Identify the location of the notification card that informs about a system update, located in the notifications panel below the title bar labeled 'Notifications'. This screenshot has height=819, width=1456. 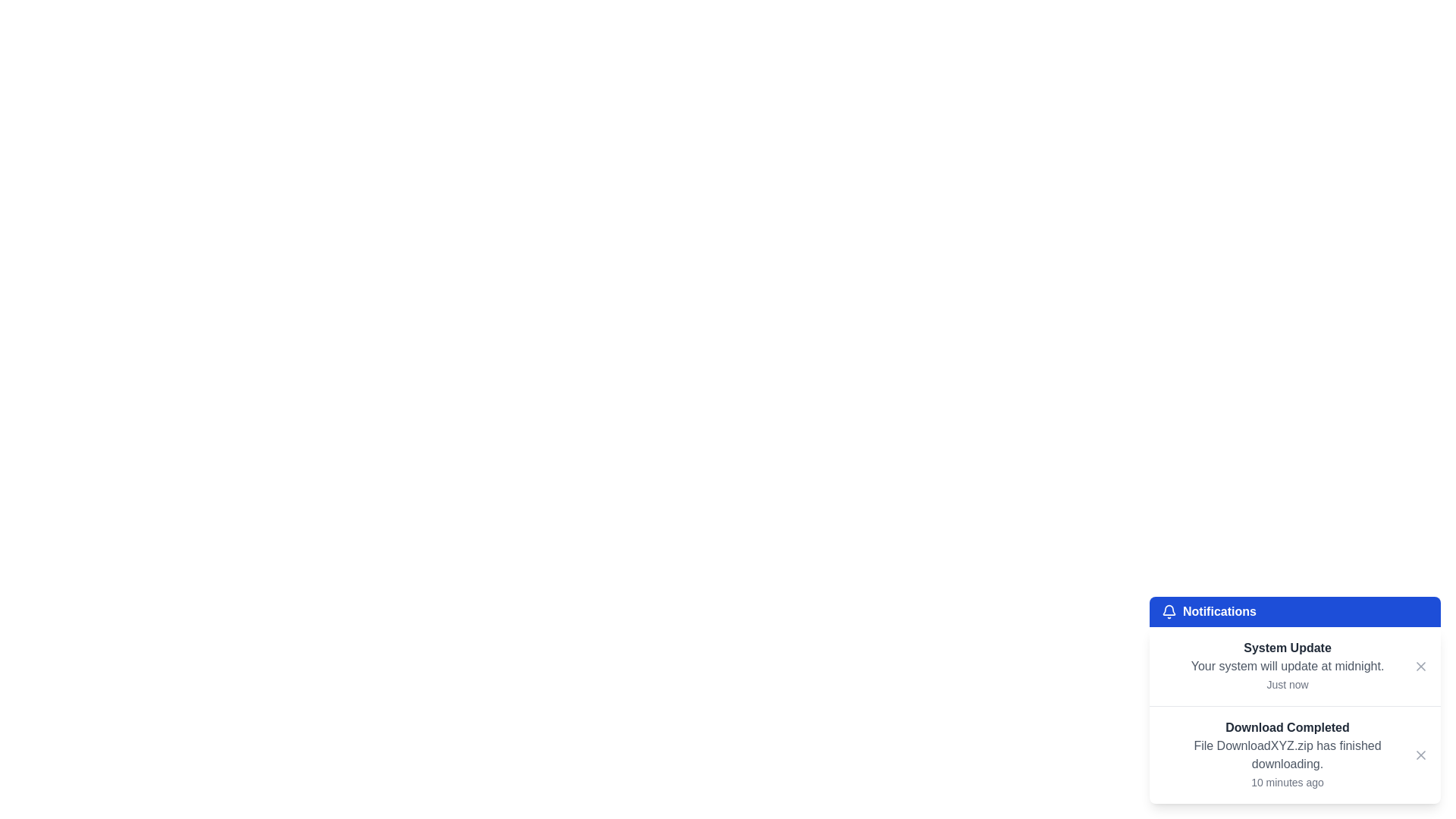
(1294, 666).